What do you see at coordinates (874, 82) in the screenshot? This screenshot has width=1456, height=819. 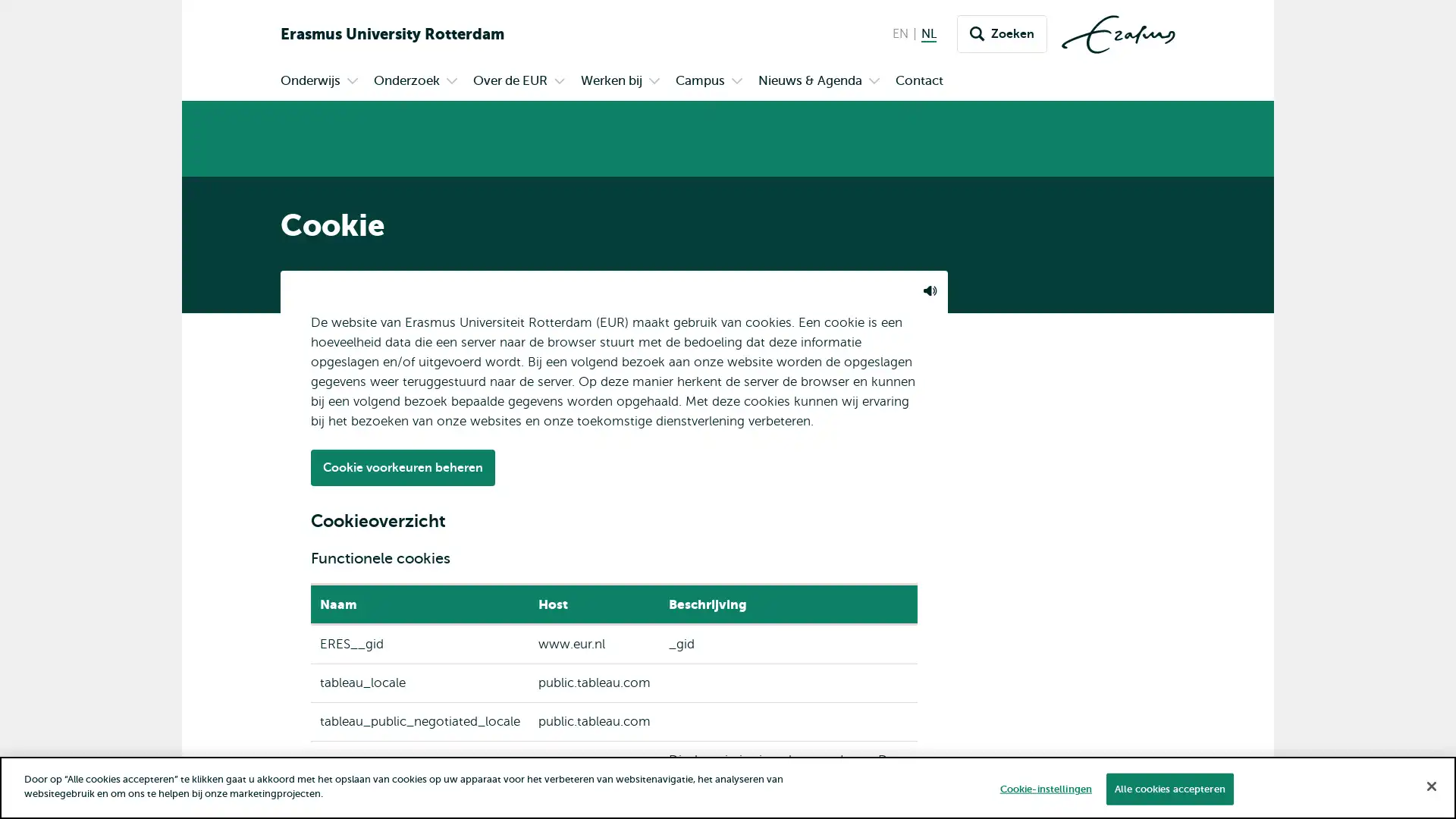 I see `Open submenu` at bounding box center [874, 82].